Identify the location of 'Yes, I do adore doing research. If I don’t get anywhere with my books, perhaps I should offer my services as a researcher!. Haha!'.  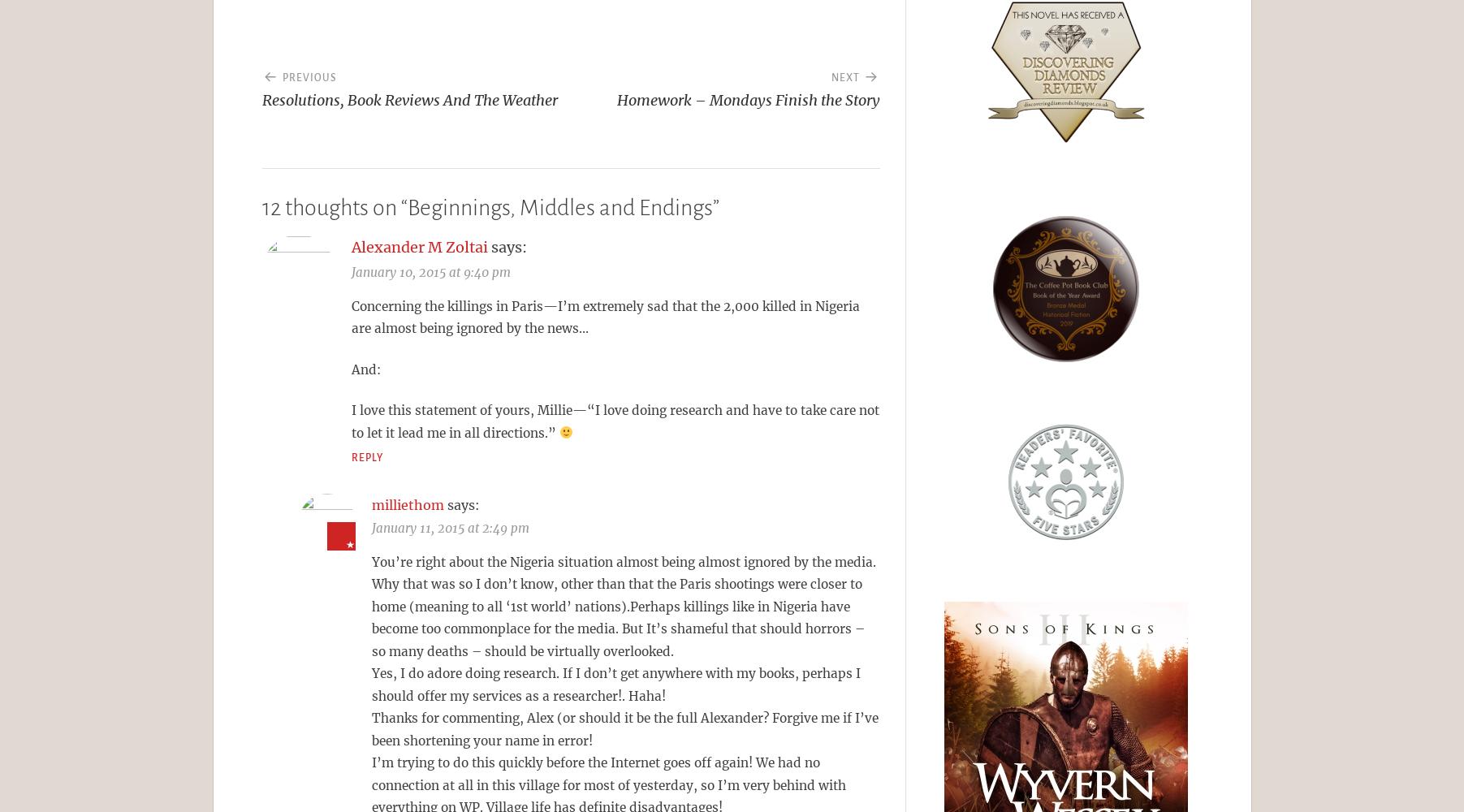
(615, 684).